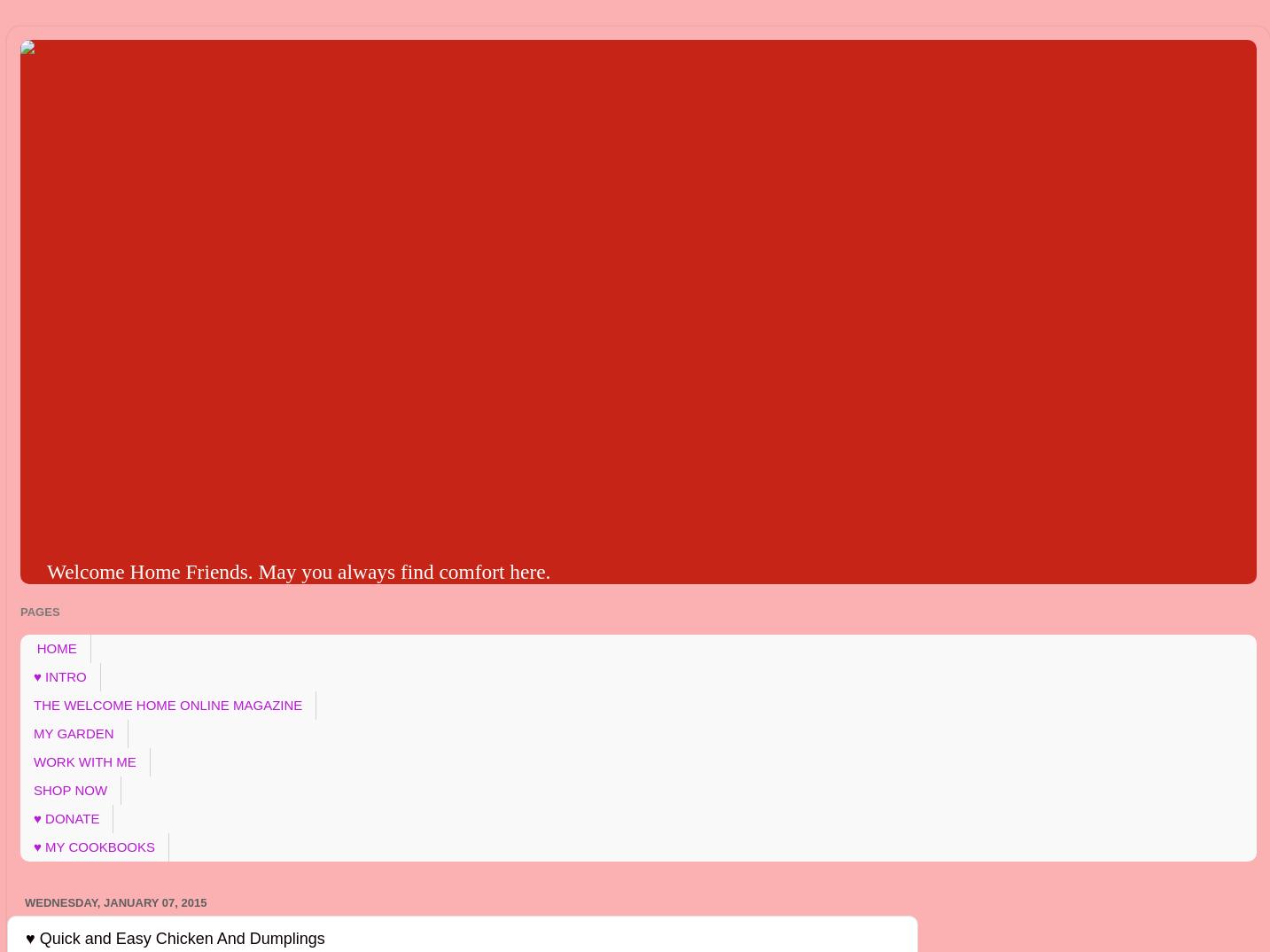 The image size is (1270, 952). What do you see at coordinates (65, 818) in the screenshot?
I see `'♥ DONATE'` at bounding box center [65, 818].